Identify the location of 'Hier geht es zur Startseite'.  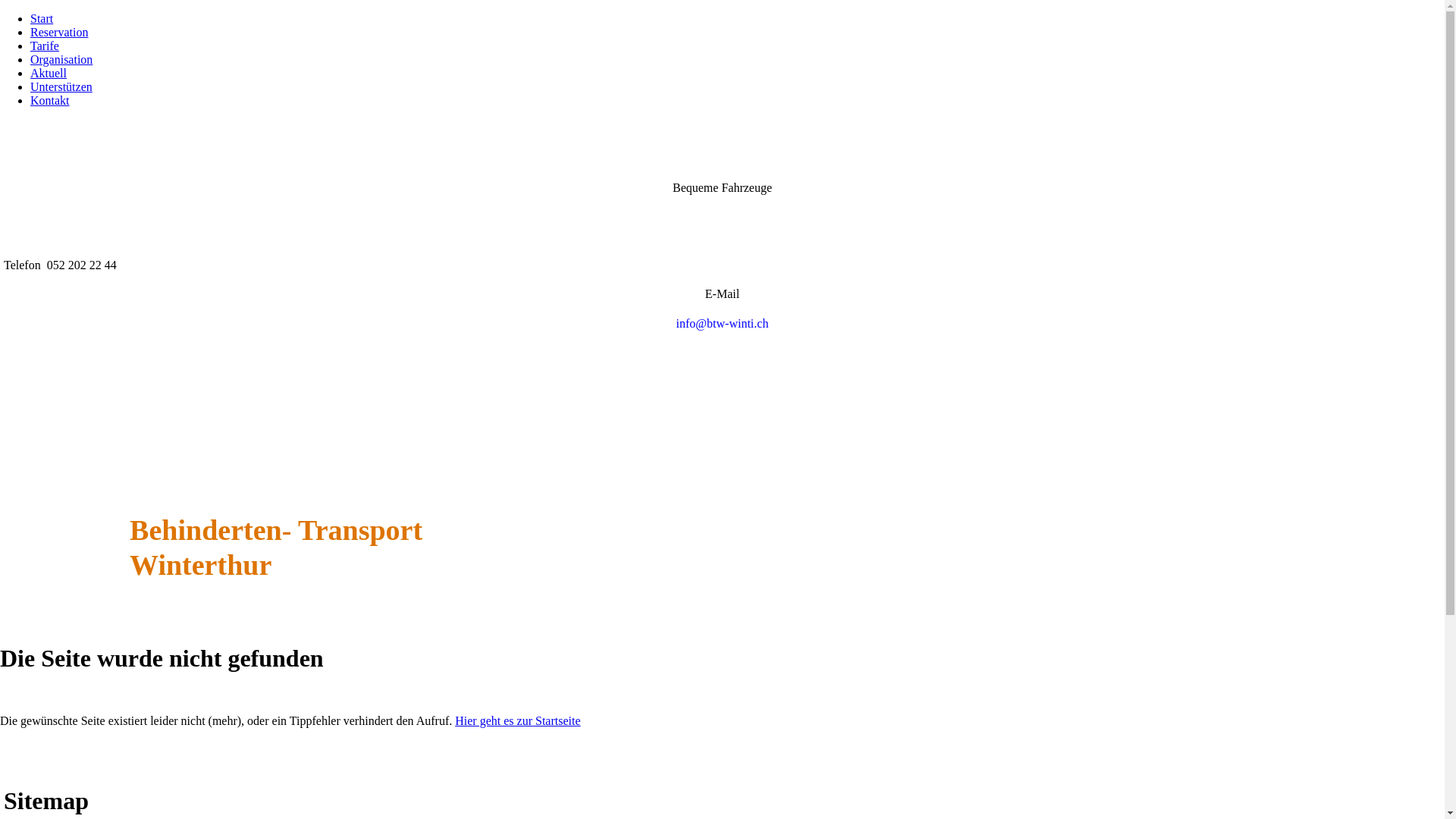
(517, 720).